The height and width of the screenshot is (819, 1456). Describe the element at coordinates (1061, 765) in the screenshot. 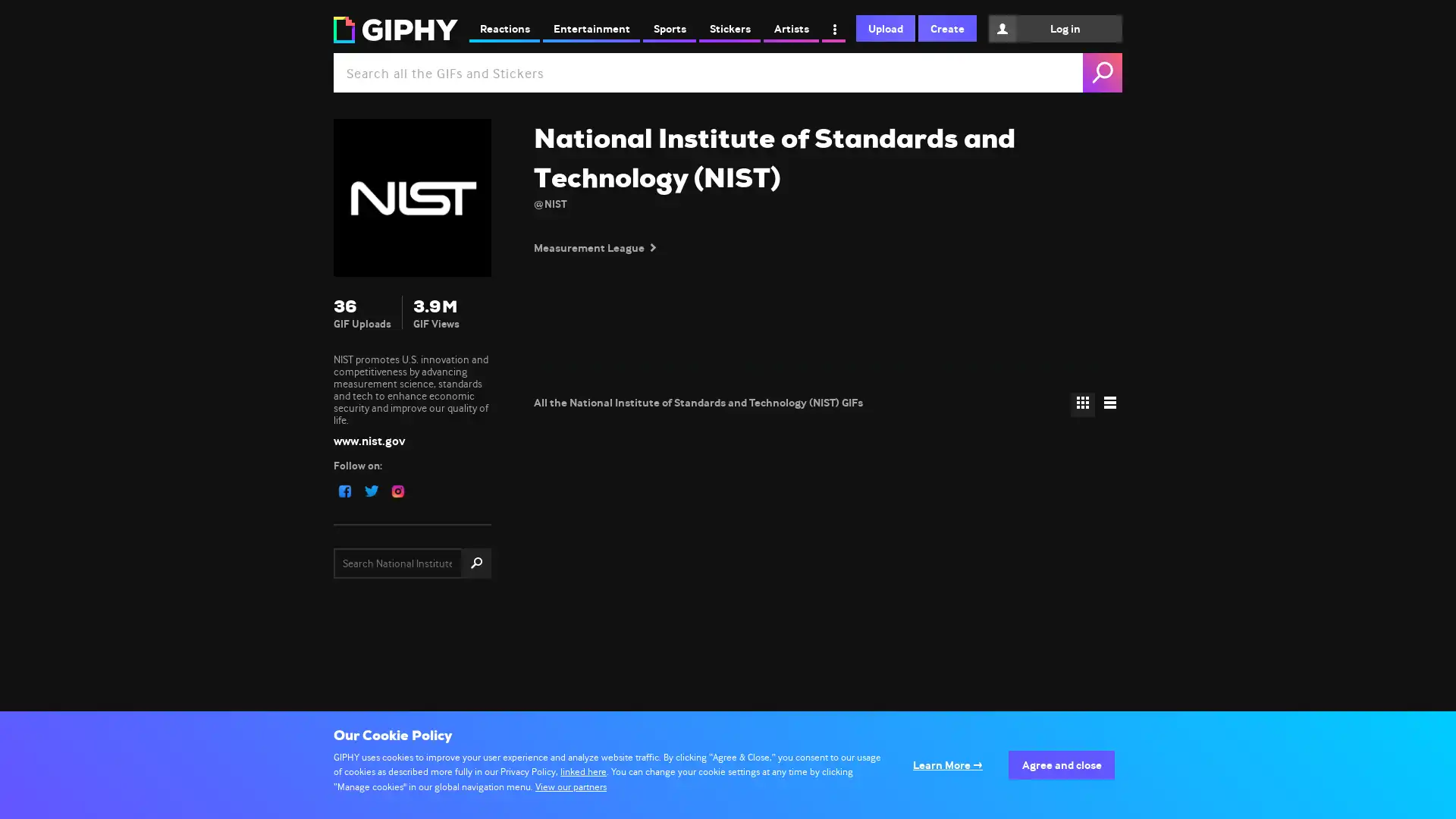

I see `Agree to our data processing and close` at that location.